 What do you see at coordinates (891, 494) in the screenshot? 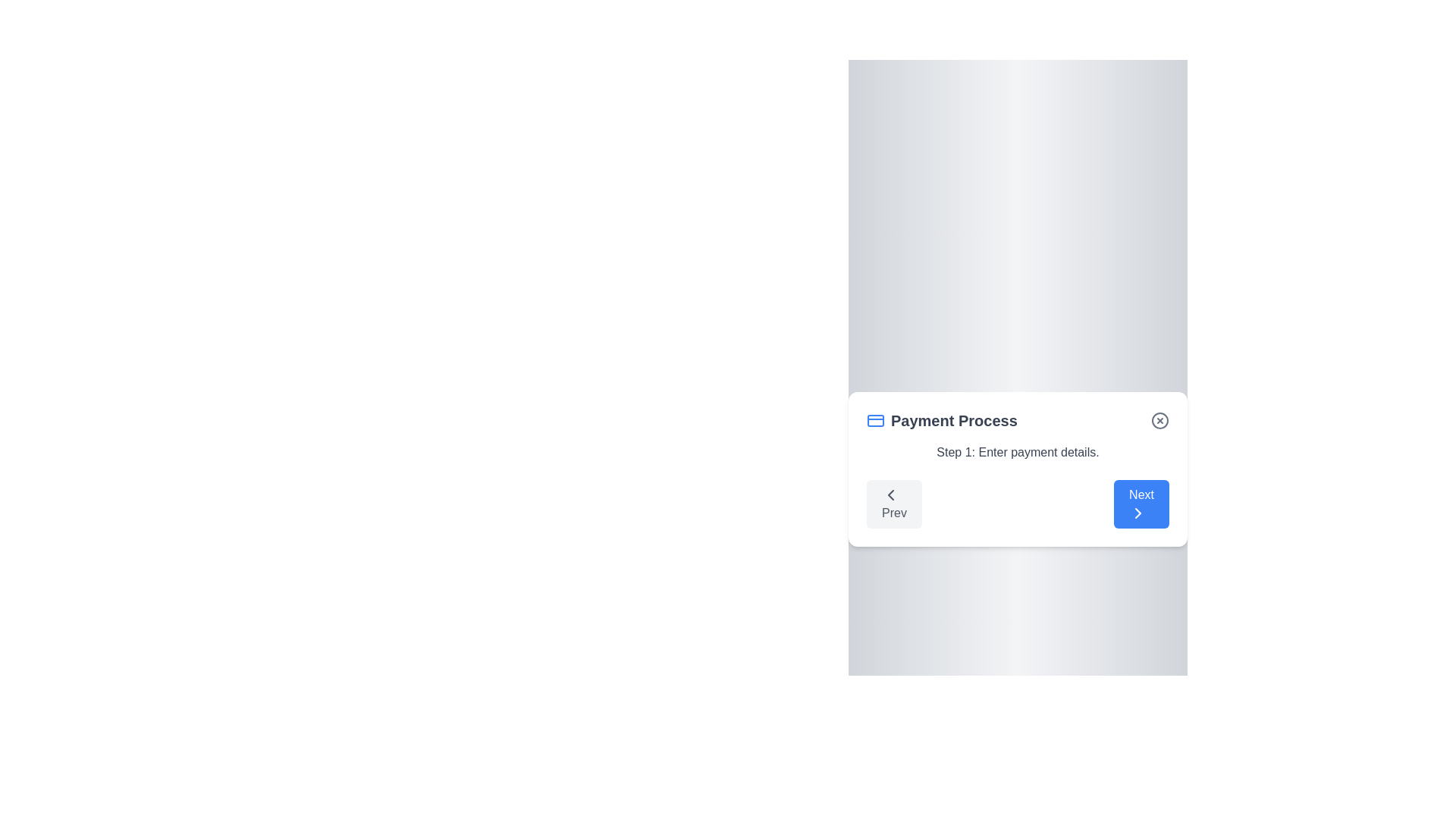
I see `the leftward chevron icon contained within the 'Prev' navigation button located on the left side of the bottom navigation area` at bounding box center [891, 494].